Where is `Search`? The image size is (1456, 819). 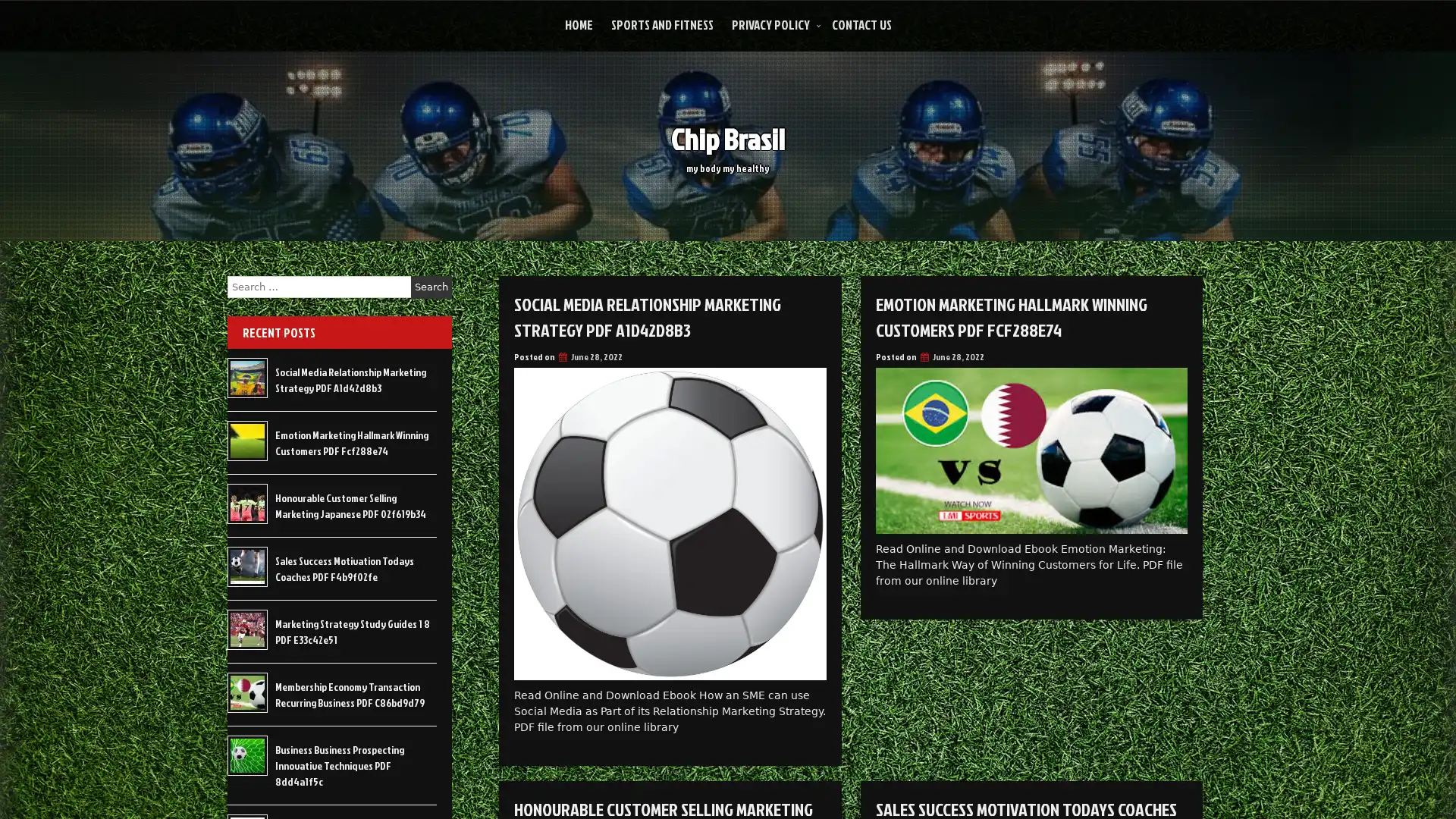 Search is located at coordinates (431, 287).